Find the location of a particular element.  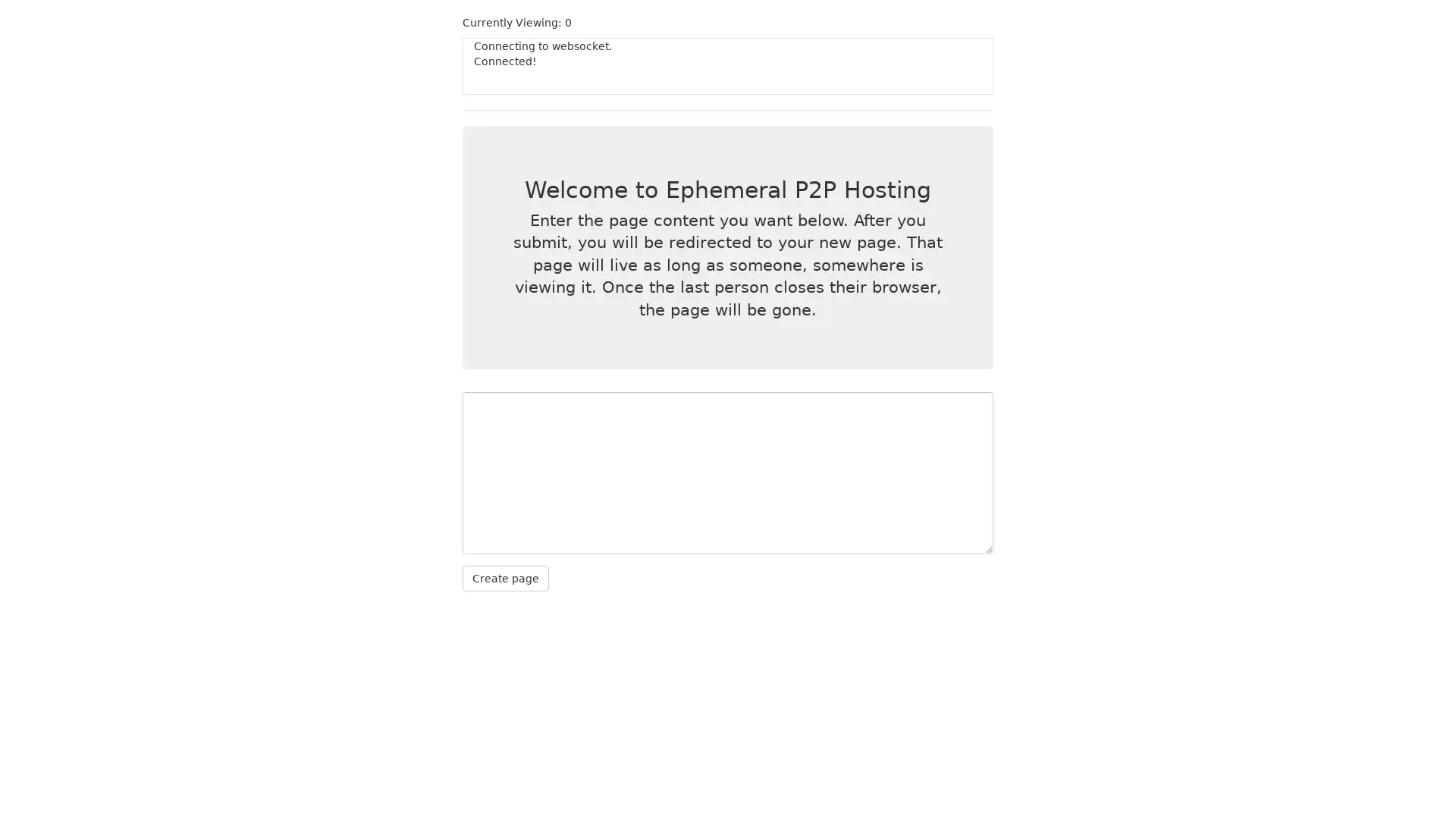

Create page is located at coordinates (506, 578).